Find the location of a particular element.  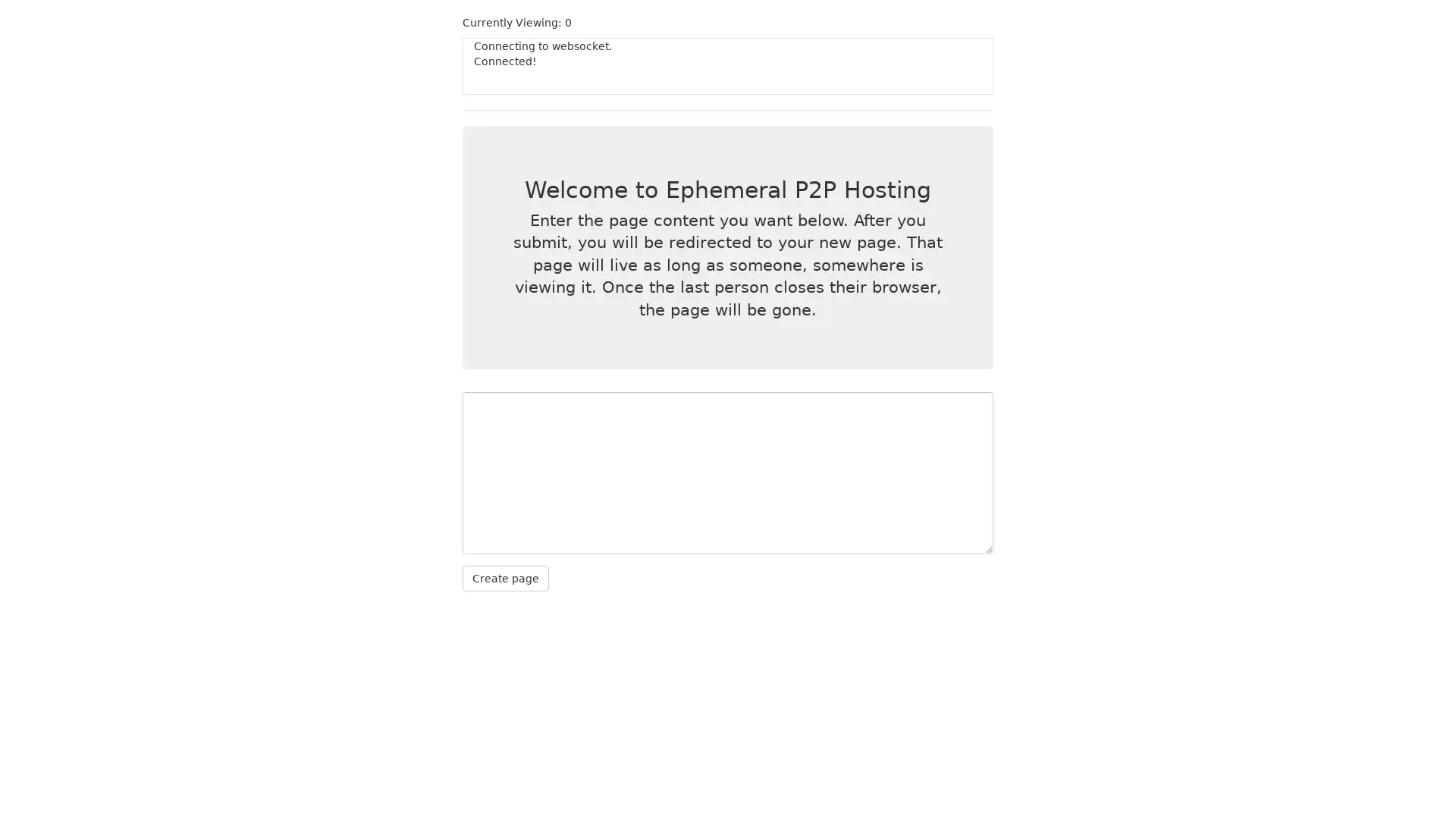

Create page is located at coordinates (506, 578).